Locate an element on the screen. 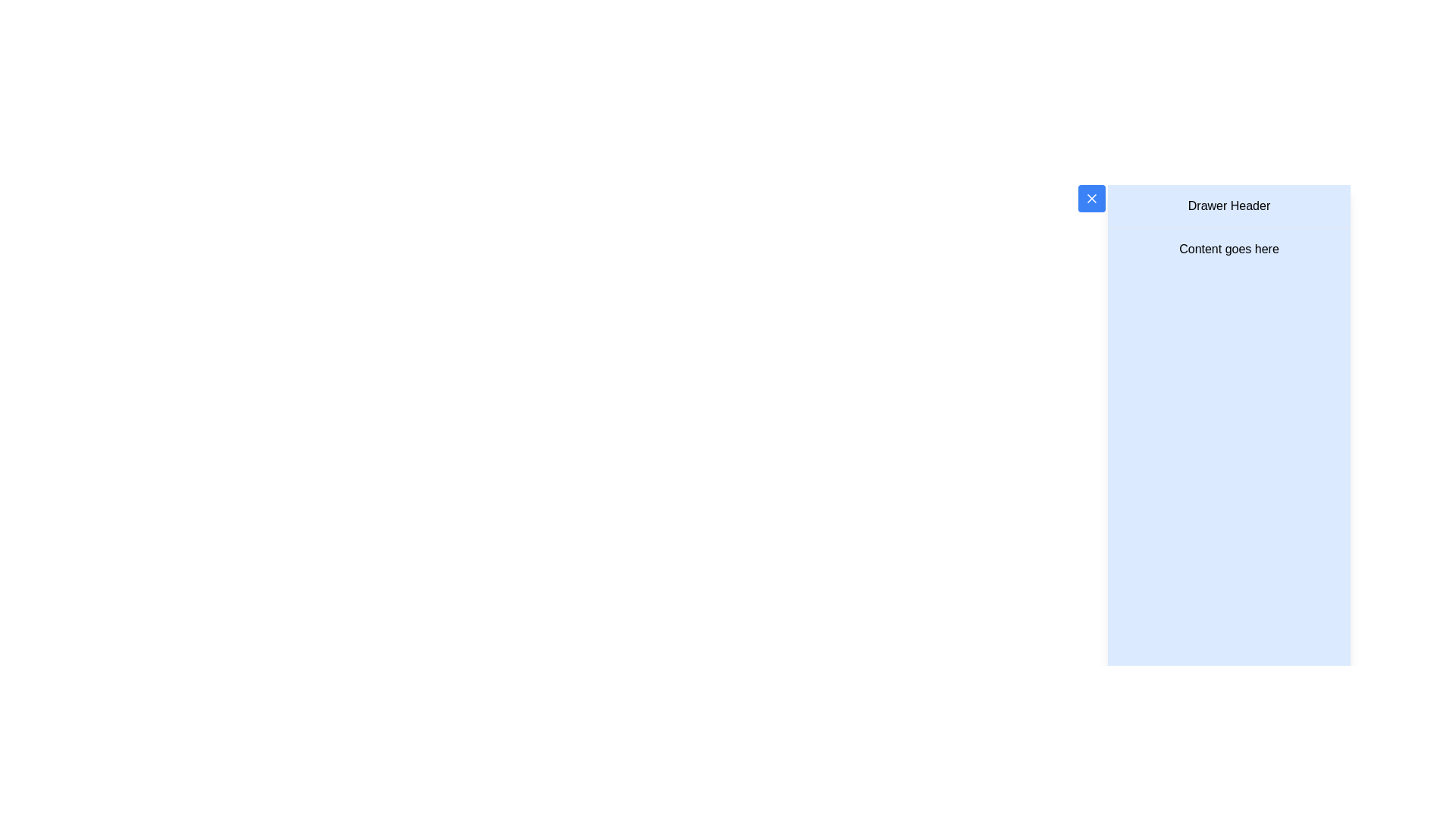  the rectangular blue button with rounded corners and white text labeled 'X' is located at coordinates (1090, 198).